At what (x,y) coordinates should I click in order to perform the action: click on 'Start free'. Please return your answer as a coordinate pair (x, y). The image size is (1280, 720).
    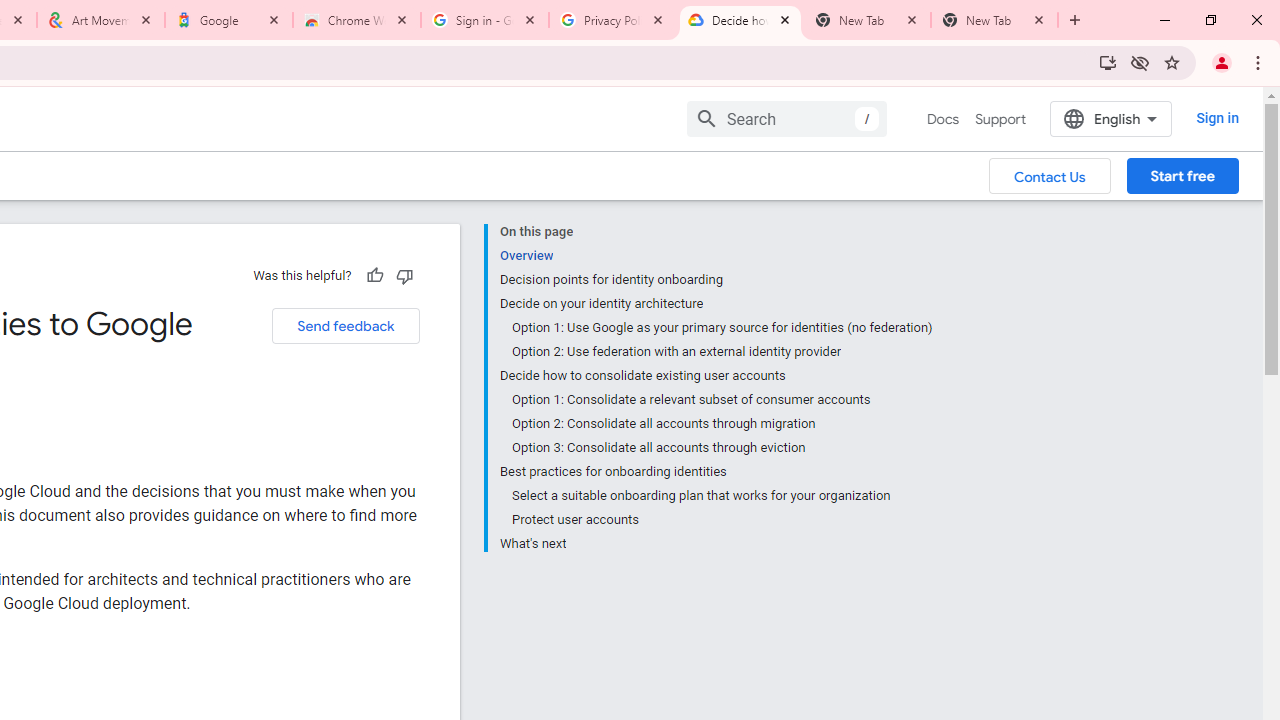
    Looking at the image, I should click on (1182, 174).